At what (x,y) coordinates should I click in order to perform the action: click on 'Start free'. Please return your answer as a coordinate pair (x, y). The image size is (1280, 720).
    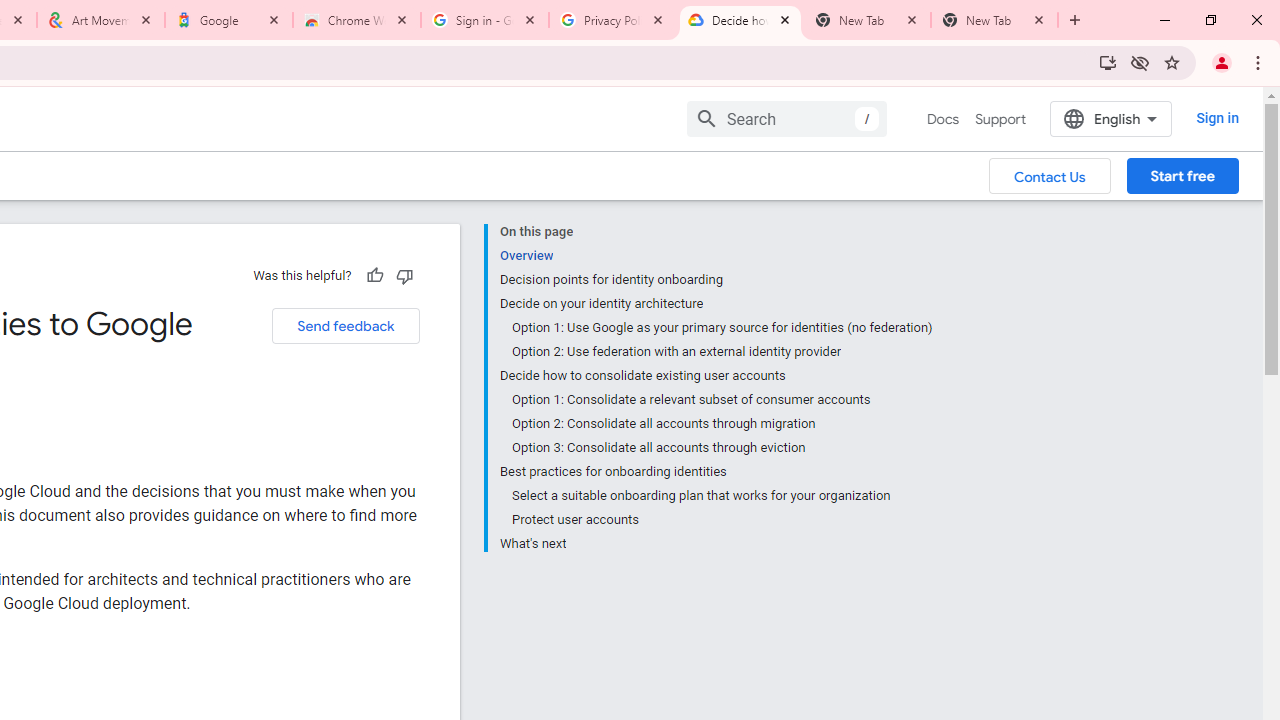
    Looking at the image, I should click on (1182, 174).